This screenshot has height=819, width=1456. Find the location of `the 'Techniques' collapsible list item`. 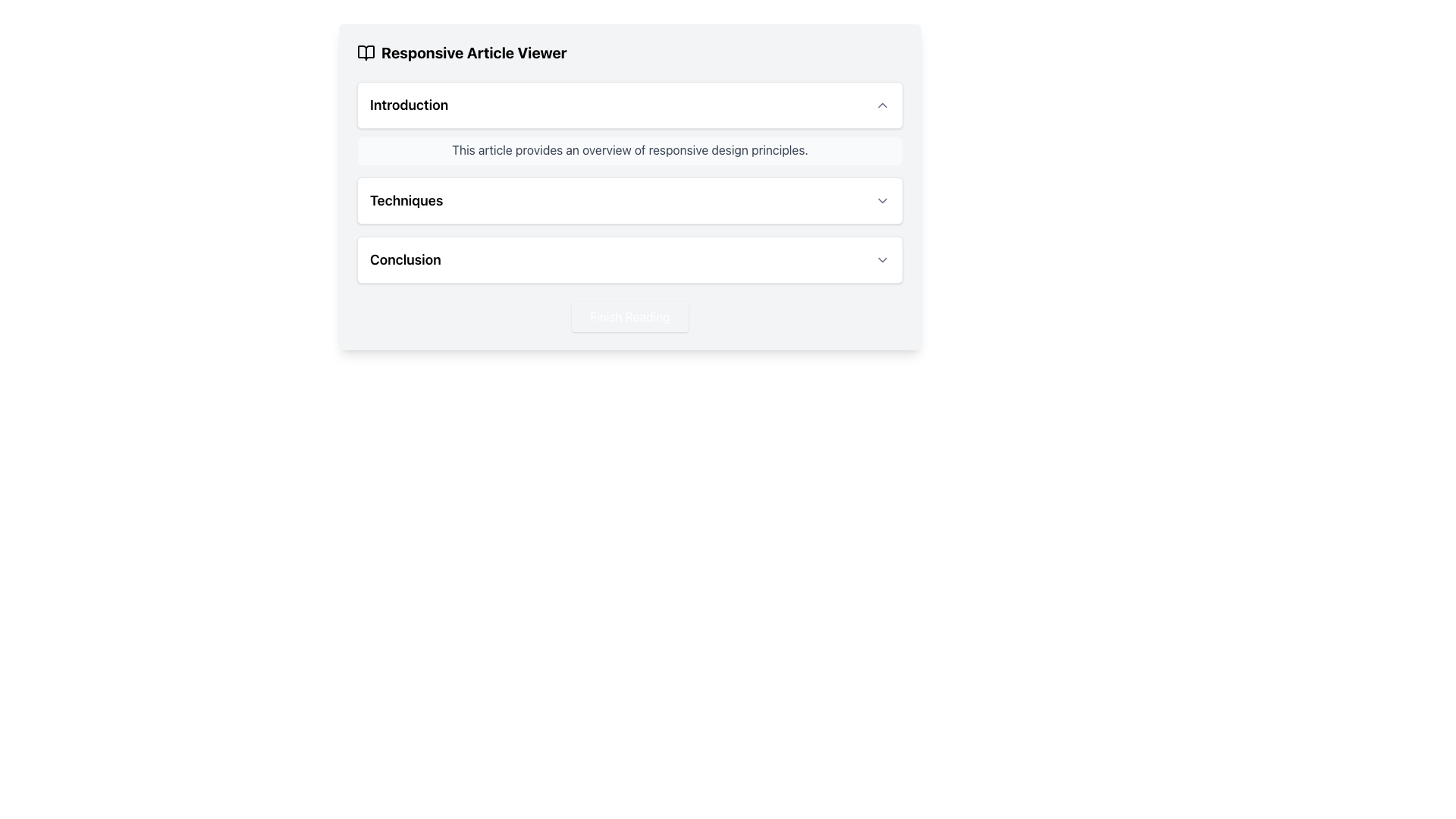

the 'Techniques' collapsible list item is located at coordinates (629, 200).